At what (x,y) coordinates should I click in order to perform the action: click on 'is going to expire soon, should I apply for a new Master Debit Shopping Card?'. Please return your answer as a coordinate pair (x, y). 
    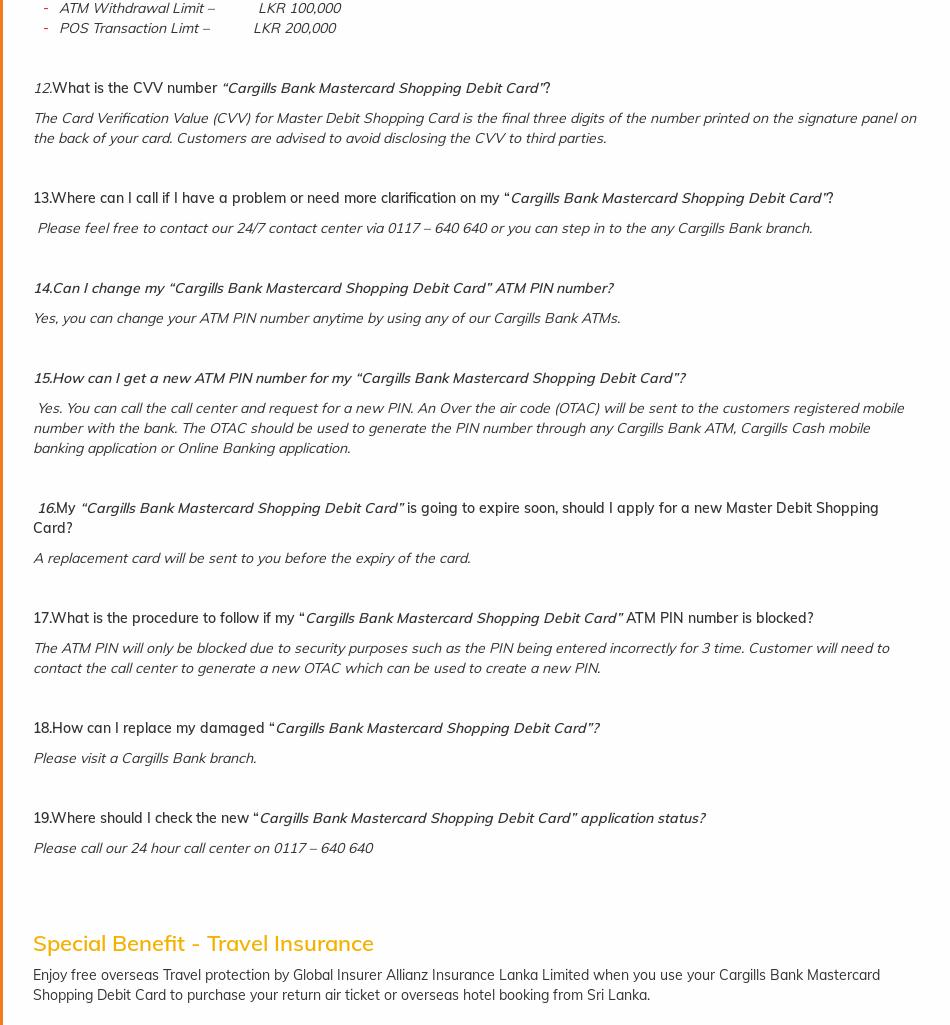
    Looking at the image, I should click on (32, 517).